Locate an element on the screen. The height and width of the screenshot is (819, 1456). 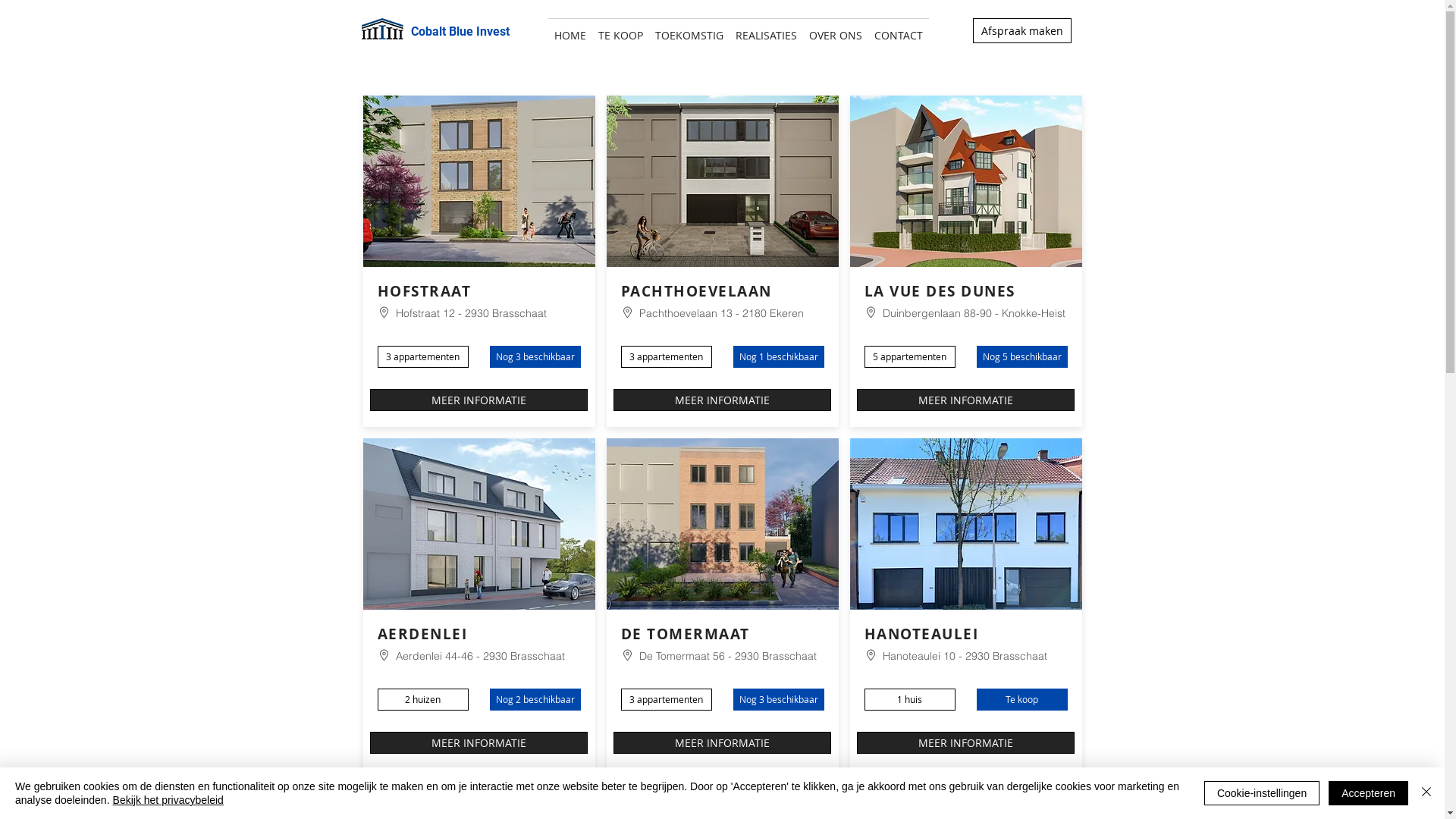
'Nog 1 beschikbaar' is located at coordinates (778, 356).